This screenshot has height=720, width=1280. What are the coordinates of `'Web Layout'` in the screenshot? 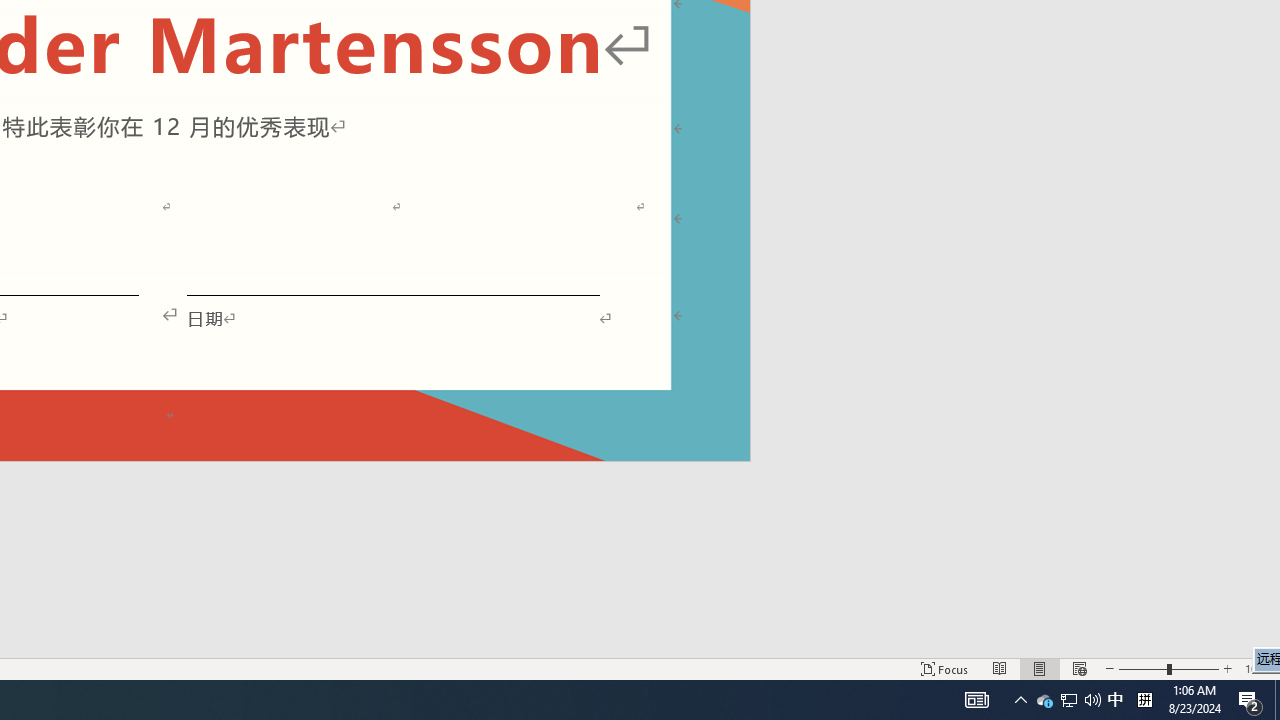 It's located at (1078, 669).